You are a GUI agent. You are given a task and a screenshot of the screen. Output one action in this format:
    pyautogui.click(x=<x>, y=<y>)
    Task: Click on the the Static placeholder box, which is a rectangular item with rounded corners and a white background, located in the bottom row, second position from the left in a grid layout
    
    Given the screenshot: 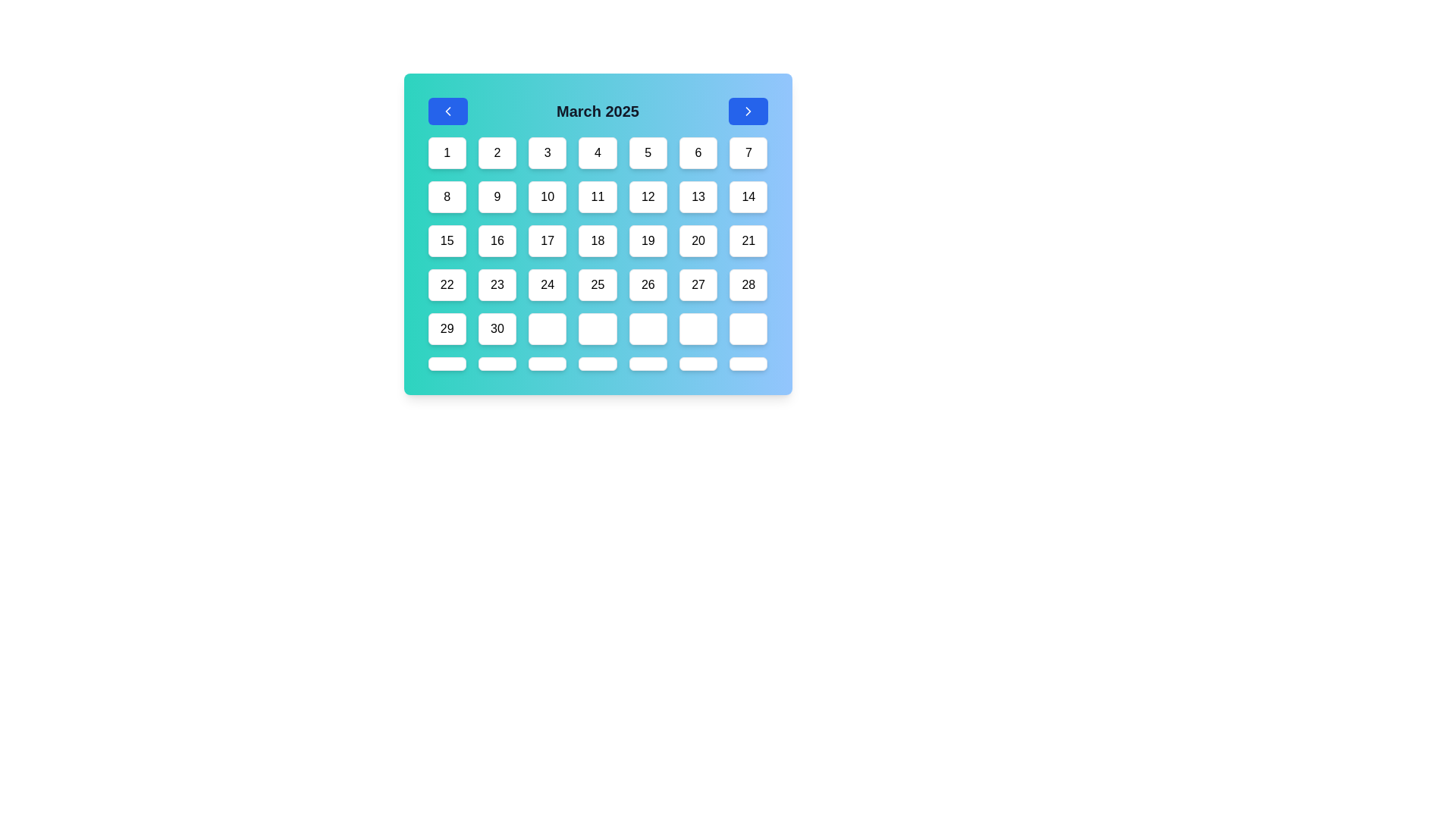 What is the action you would take?
    pyautogui.click(x=497, y=363)
    